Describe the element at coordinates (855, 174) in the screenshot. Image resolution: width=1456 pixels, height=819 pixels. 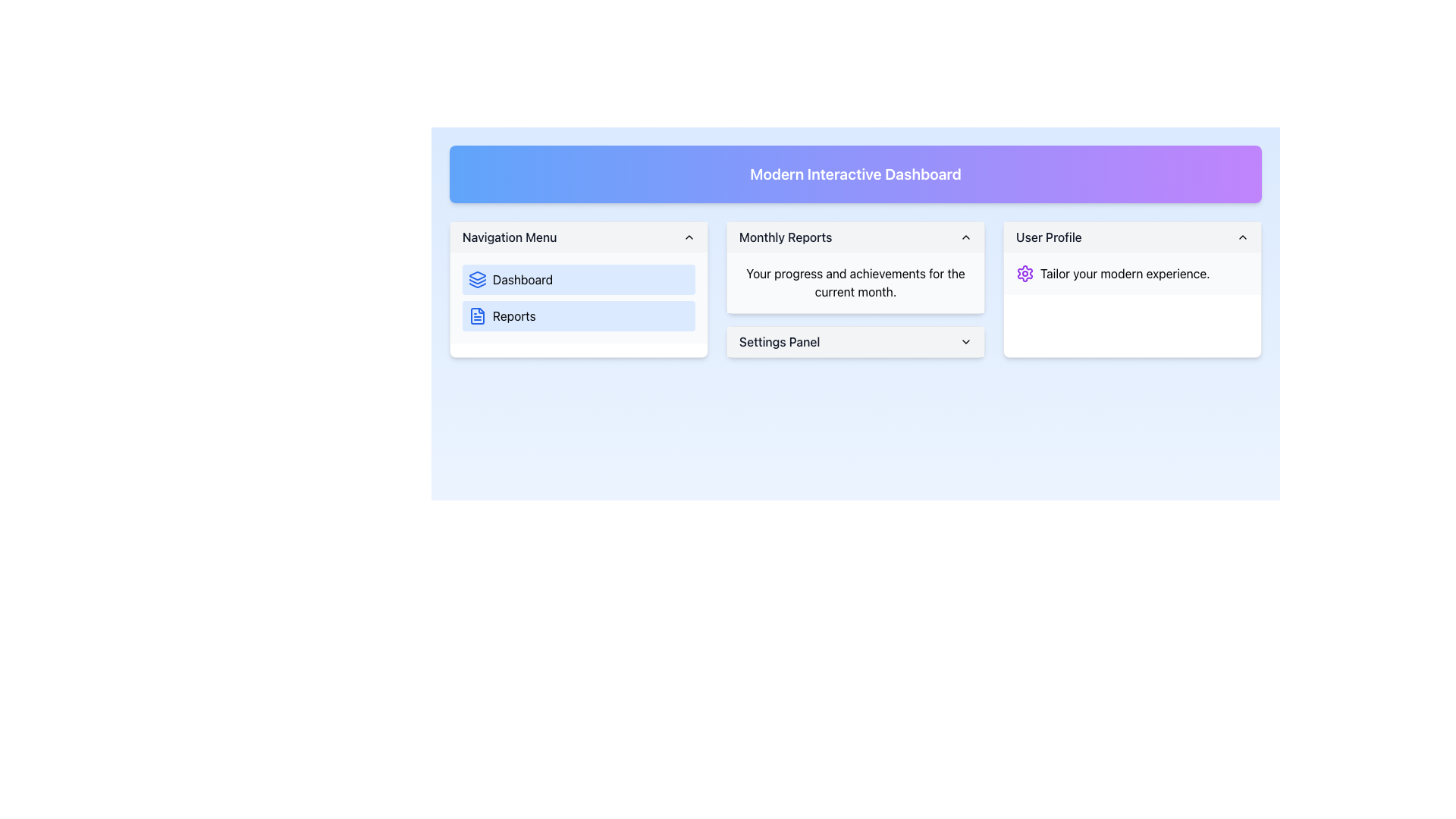
I see `the 'Modern Interactive Dashboard' text display element, which is a large, bold, white text on a gradient blue to purple background, positioned at the top-center of the interface` at that location.